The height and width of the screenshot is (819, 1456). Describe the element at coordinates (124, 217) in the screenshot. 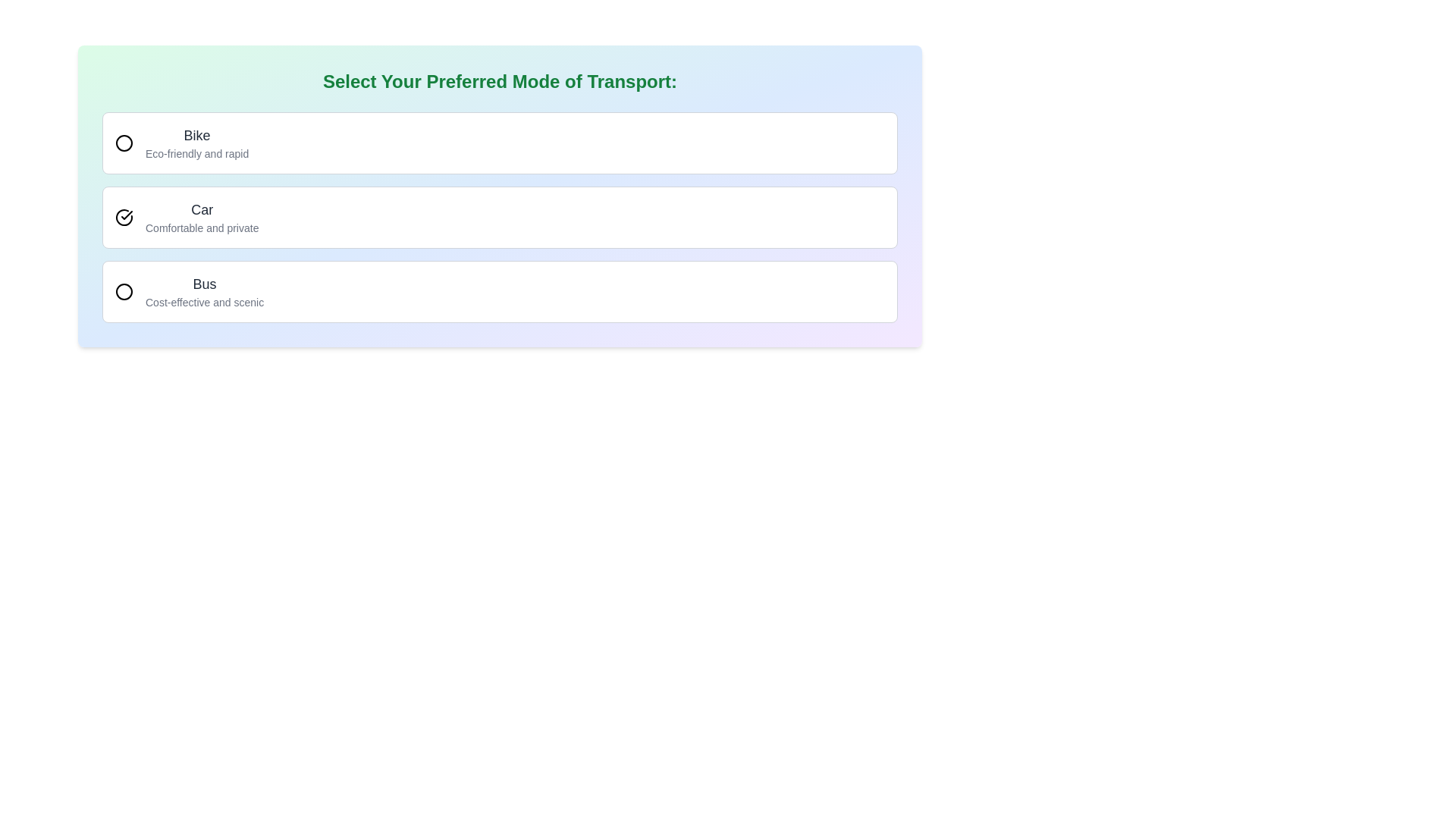

I see `the circular check icon with a tick inside, located within the selectable option labeled 'Car'` at that location.